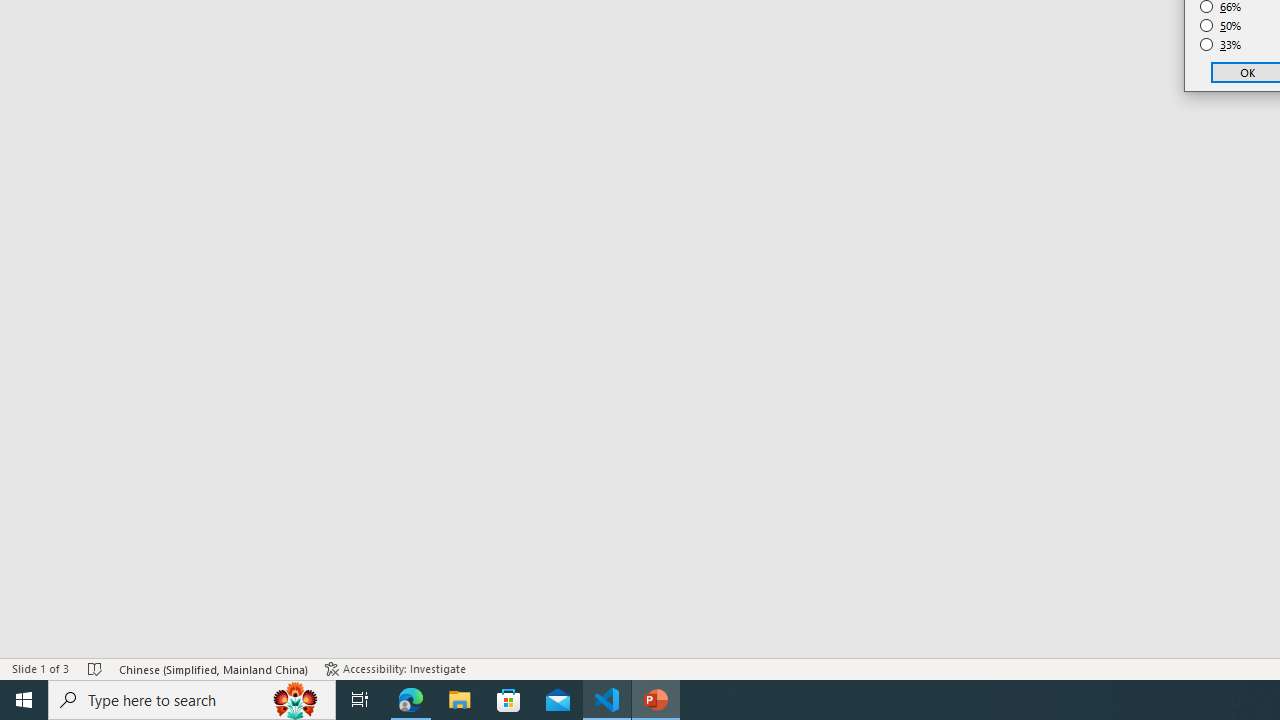 This screenshot has height=720, width=1280. What do you see at coordinates (410, 698) in the screenshot?
I see `'Microsoft Edge - 1 running window'` at bounding box center [410, 698].